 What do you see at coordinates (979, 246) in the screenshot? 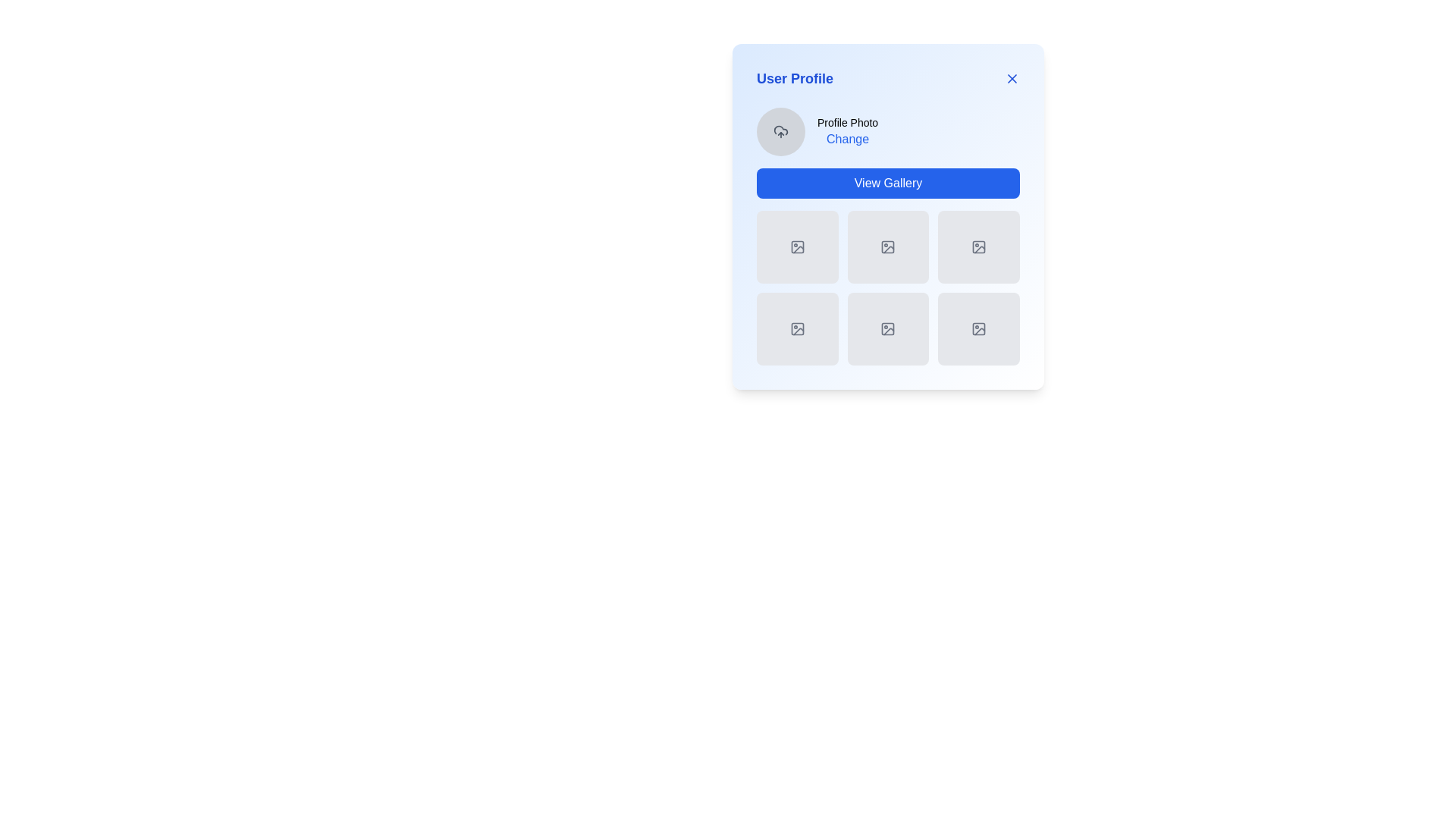
I see `the Image Placeholder, which is a rectangular element with rounded corners, light gray background, and an icon resembling a placeholder image symbol, located in the third column of the first row in a 3x3 grid layout` at bounding box center [979, 246].